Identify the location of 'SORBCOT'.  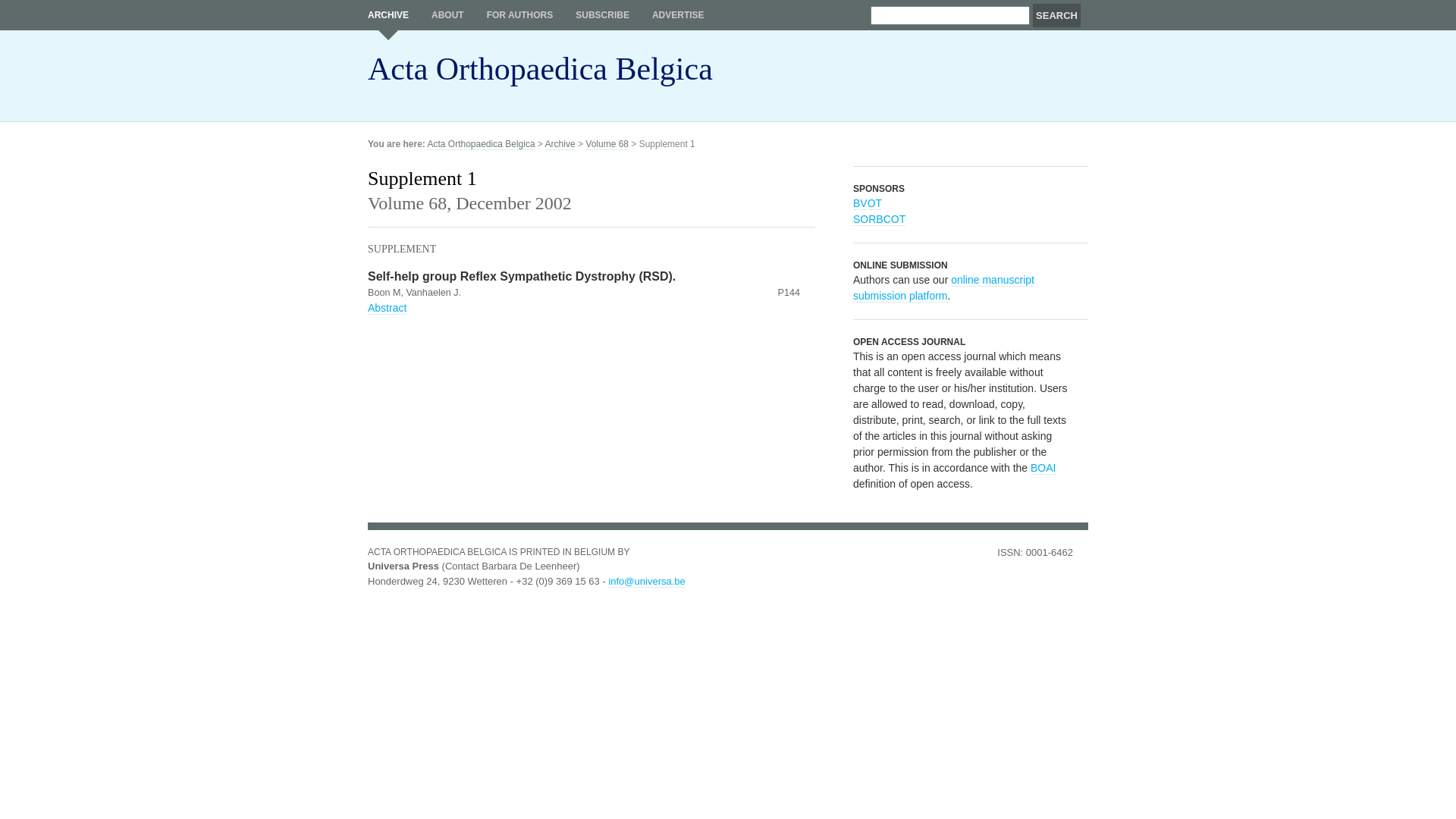
(879, 219).